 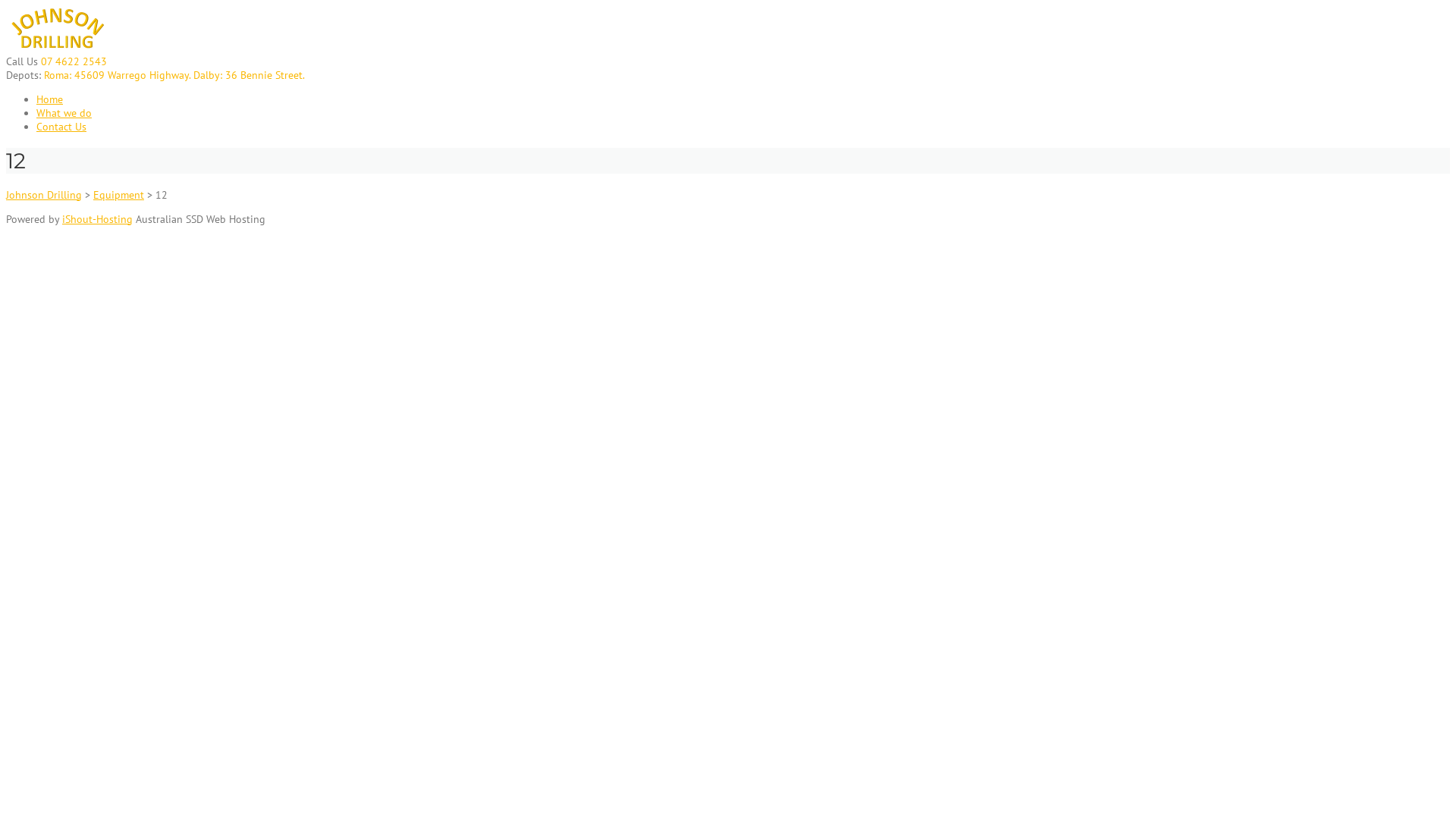 What do you see at coordinates (57, 46) in the screenshot?
I see `'Johnson Drilling'` at bounding box center [57, 46].